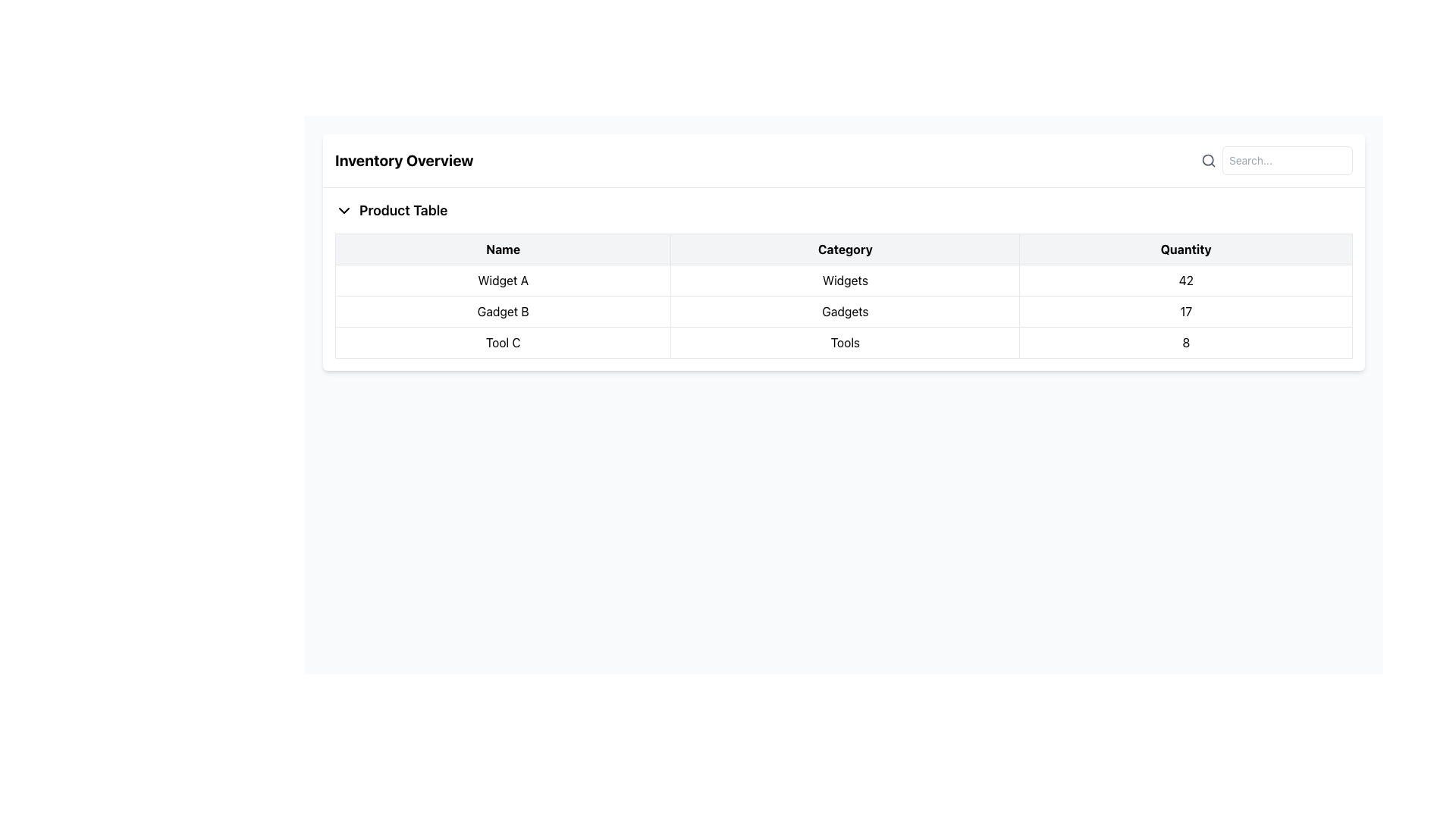 The height and width of the screenshot is (819, 1456). What do you see at coordinates (1185, 248) in the screenshot?
I see `the 'Quantity' text label, which is the third element in the header row of a table, displaying bold, black font on a light gray background` at bounding box center [1185, 248].